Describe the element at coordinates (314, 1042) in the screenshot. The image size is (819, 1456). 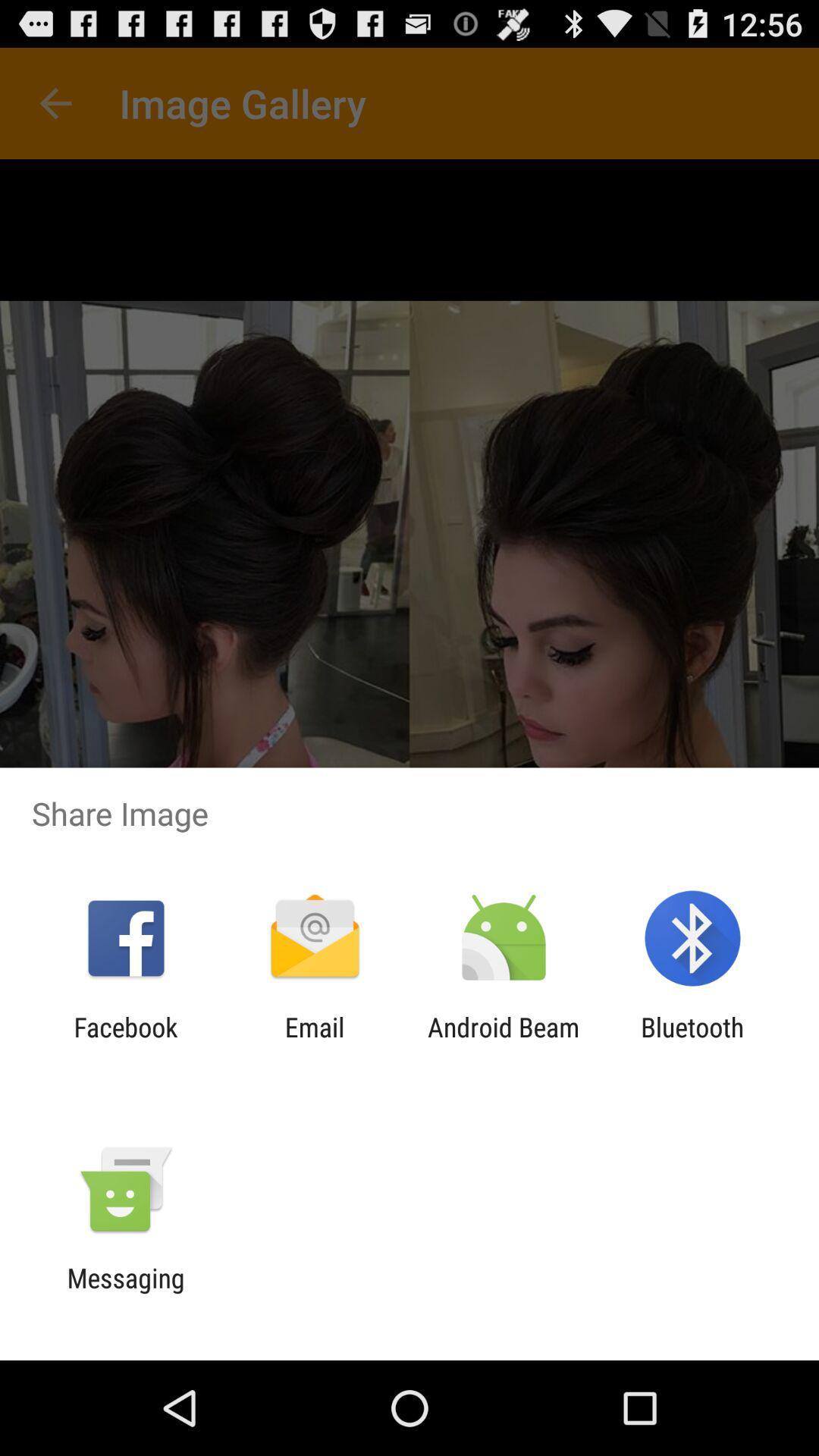
I see `item next to facebook` at that location.